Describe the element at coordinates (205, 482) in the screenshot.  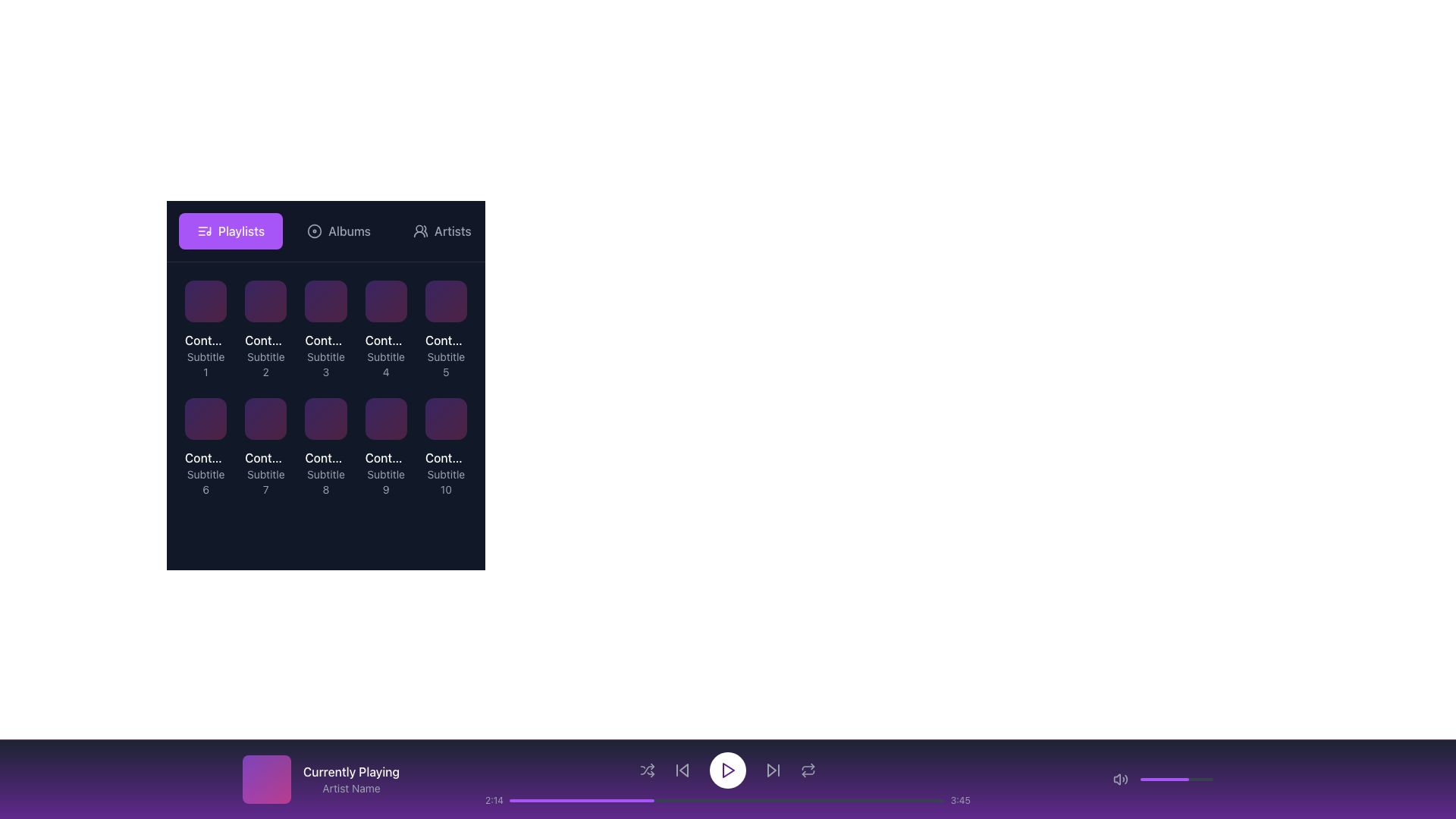
I see `the static text label displaying 'Subtitle 6', which is a small, gray font label located below 'Content Title 6' in the sixth card of the grid` at that location.